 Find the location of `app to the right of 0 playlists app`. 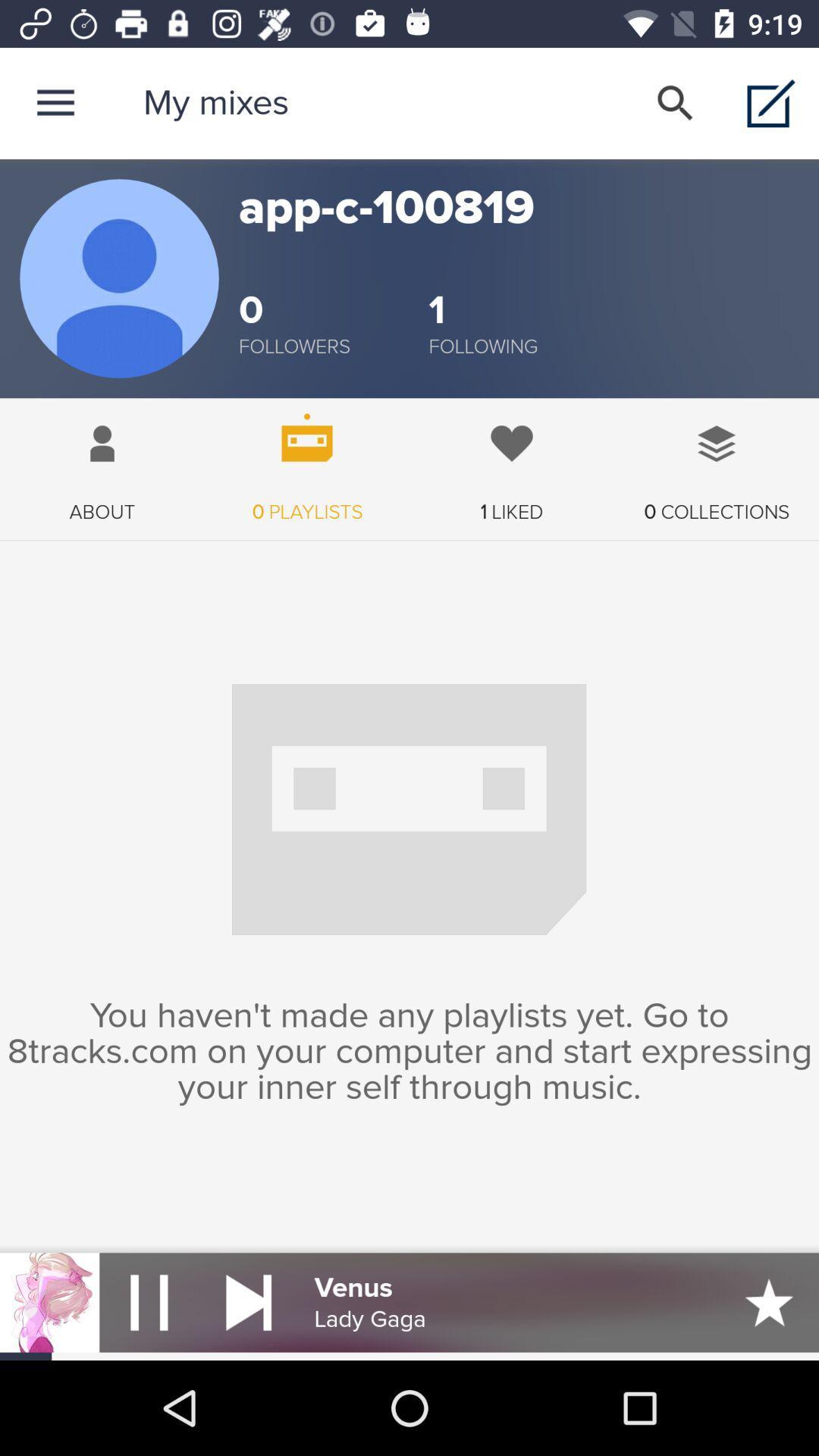

app to the right of 0 playlists app is located at coordinates (512, 460).